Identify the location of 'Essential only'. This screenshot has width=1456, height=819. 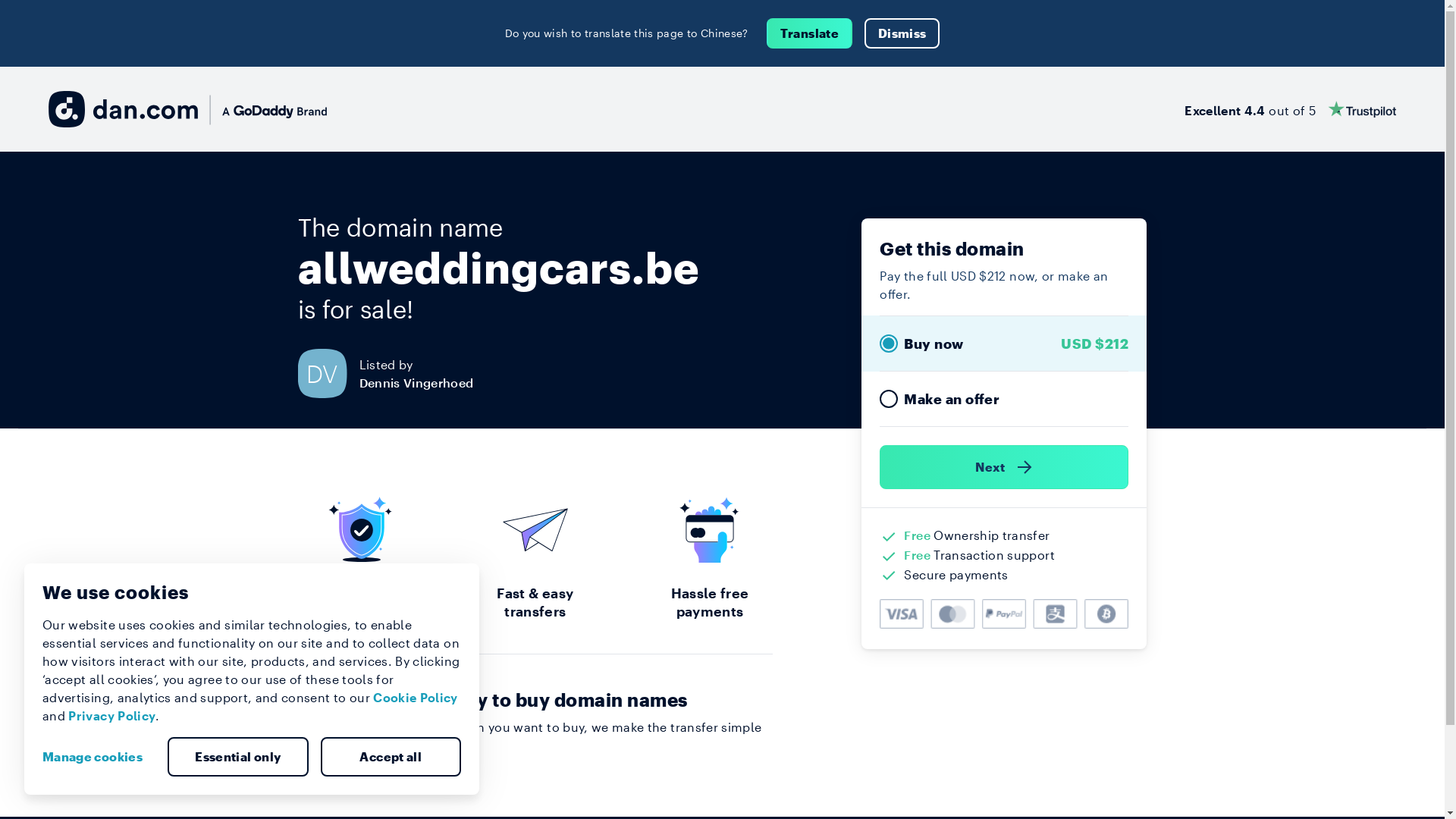
(237, 757).